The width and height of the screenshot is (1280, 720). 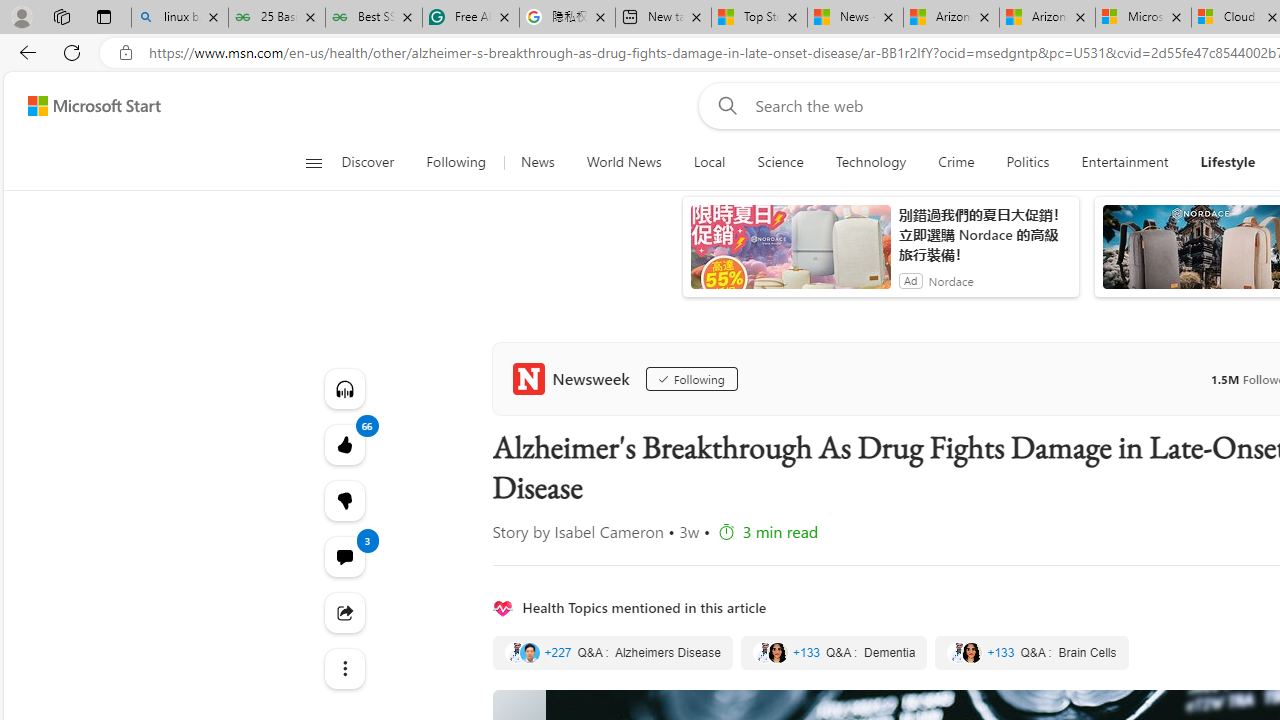 What do you see at coordinates (344, 556) in the screenshot?
I see `'View comments 3 Comment'` at bounding box center [344, 556].